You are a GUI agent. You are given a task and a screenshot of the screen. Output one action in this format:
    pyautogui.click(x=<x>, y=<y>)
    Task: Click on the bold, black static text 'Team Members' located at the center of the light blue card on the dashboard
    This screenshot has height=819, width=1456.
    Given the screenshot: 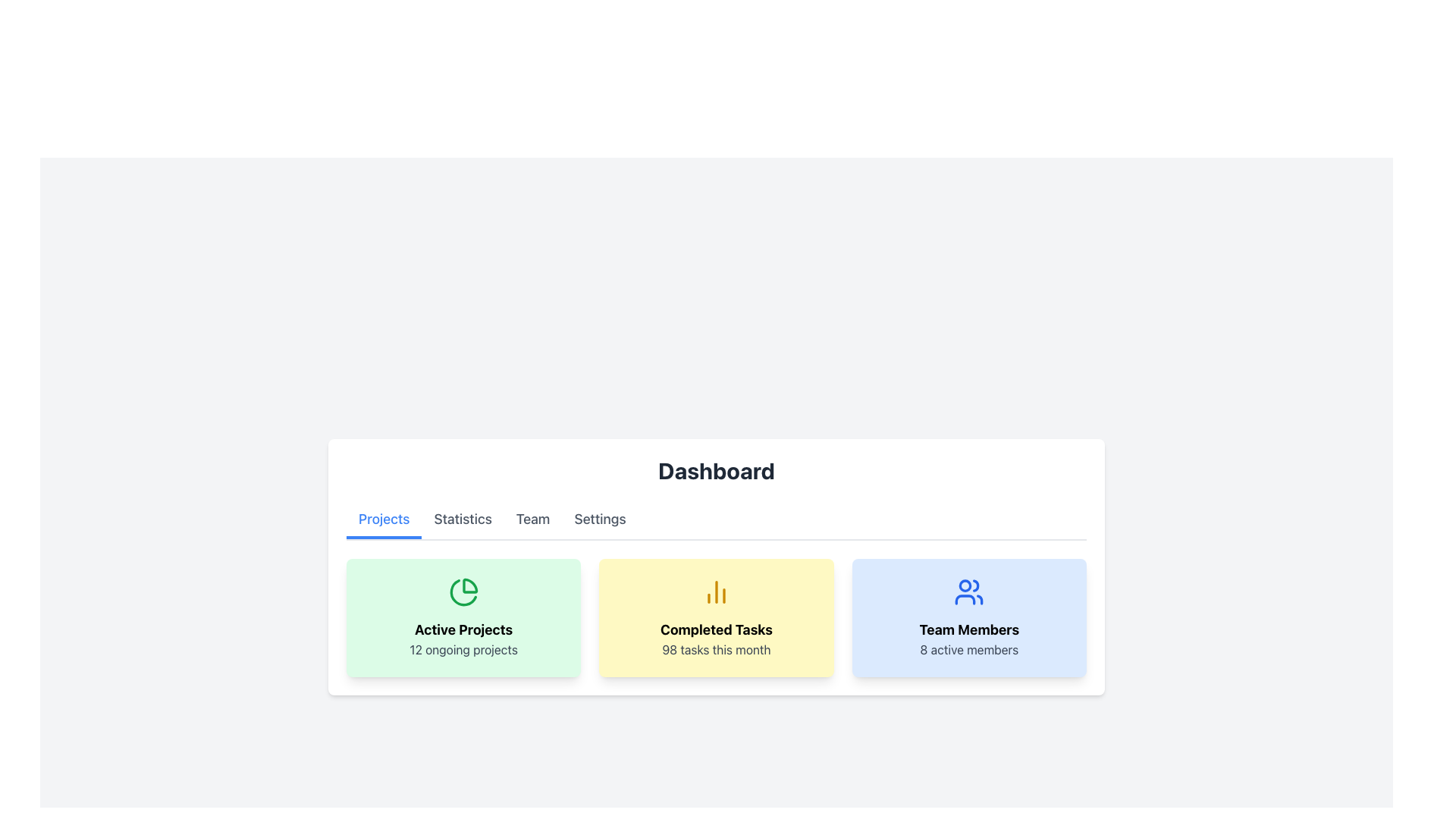 What is the action you would take?
    pyautogui.click(x=968, y=629)
    